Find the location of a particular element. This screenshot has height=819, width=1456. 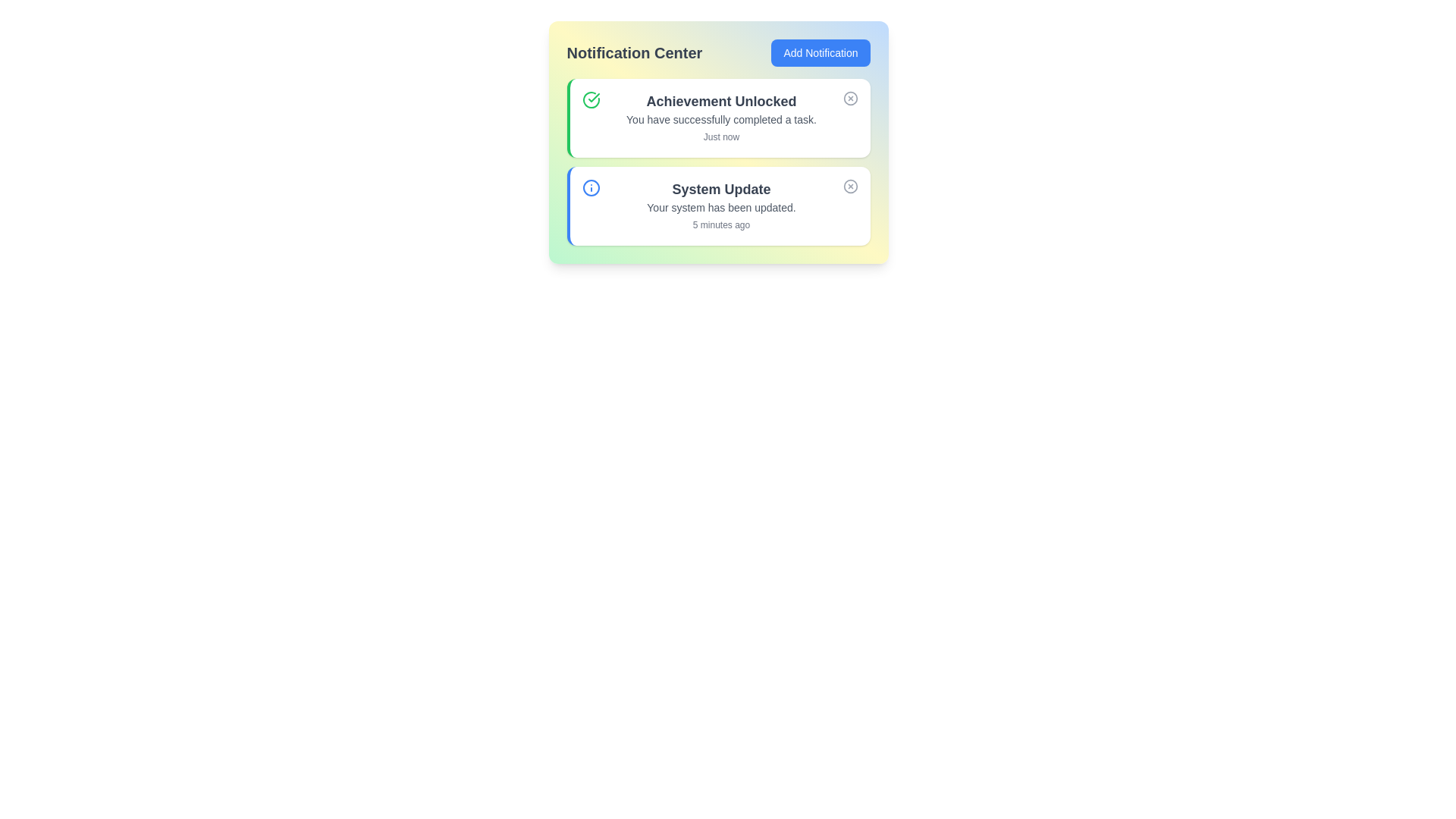

the 'Notification Center' text label, which is a prominent header in large, bold dark gray font at the top-left of the notification dashboard is located at coordinates (634, 52).